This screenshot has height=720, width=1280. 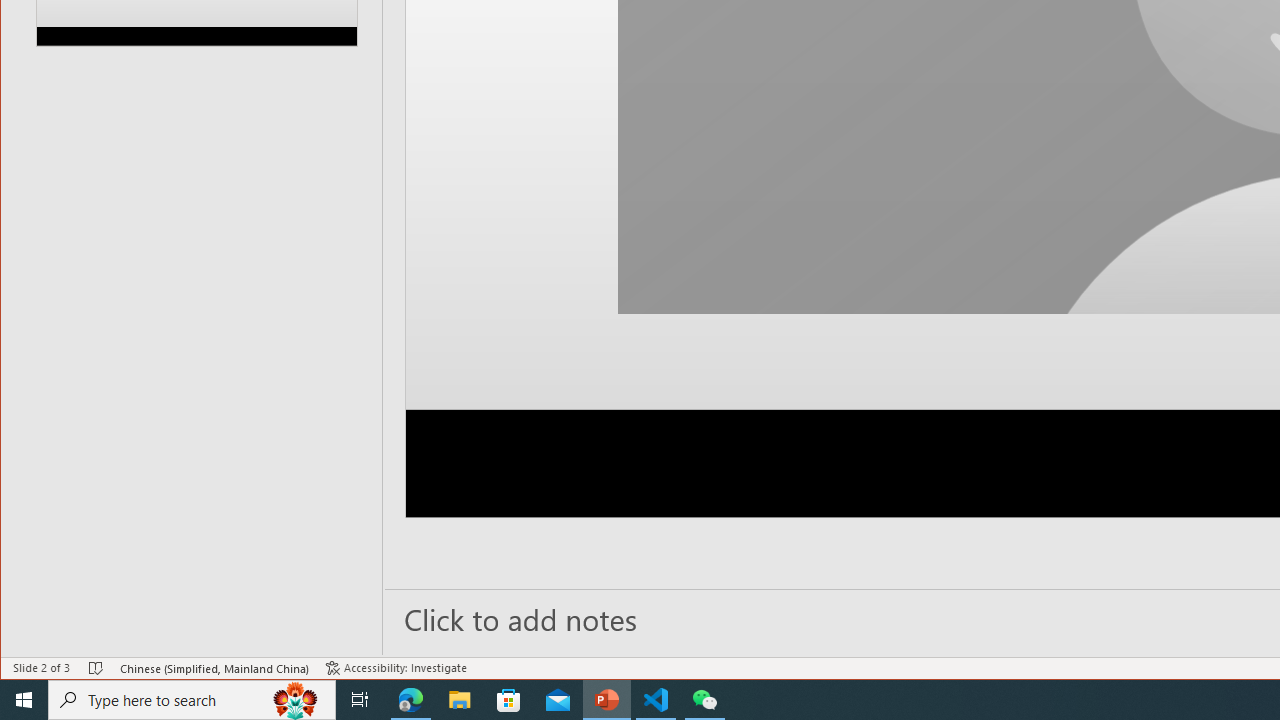 I want to click on 'Microsoft Store', so click(x=509, y=698).